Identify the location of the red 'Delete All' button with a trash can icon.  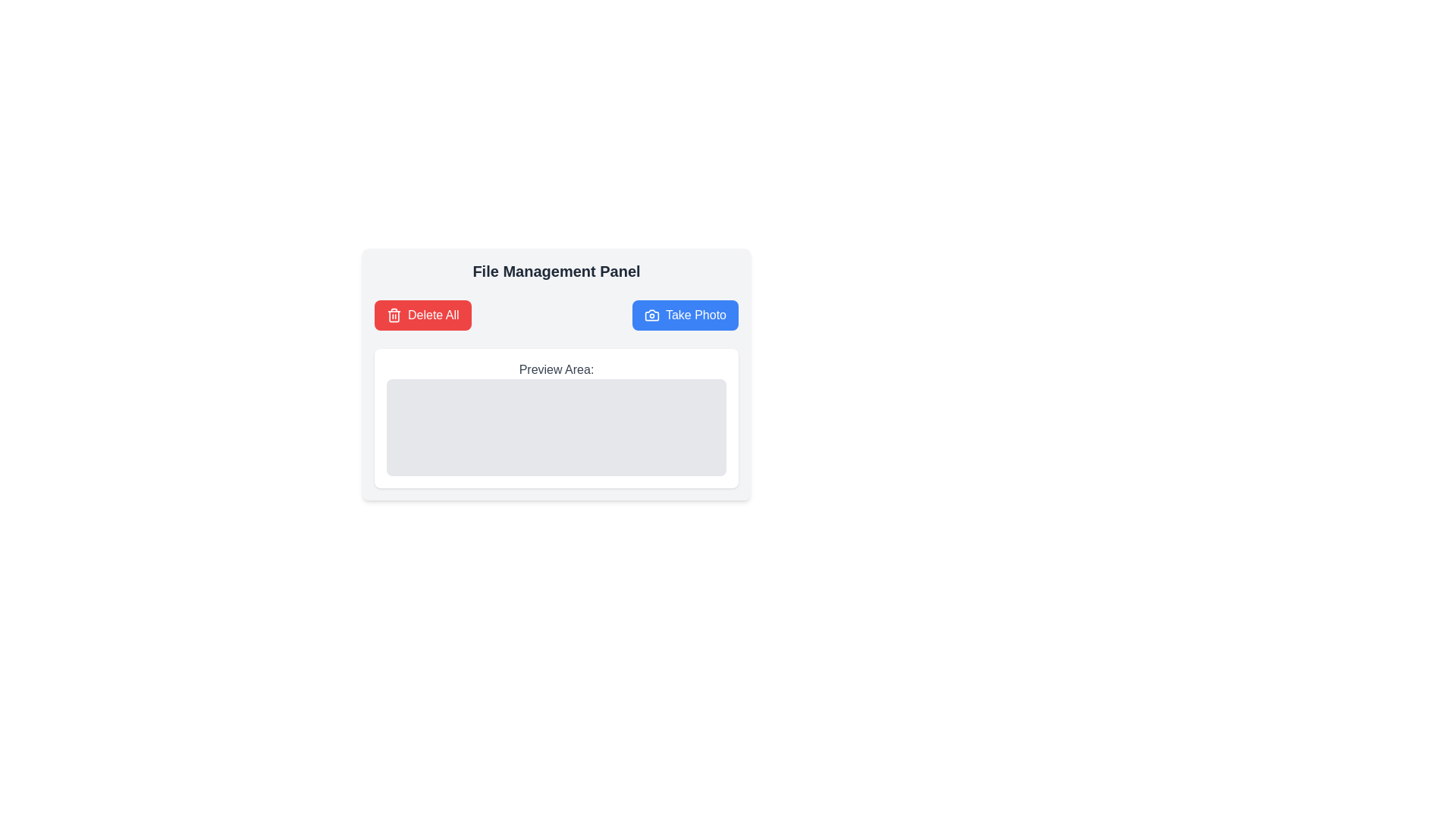
(422, 315).